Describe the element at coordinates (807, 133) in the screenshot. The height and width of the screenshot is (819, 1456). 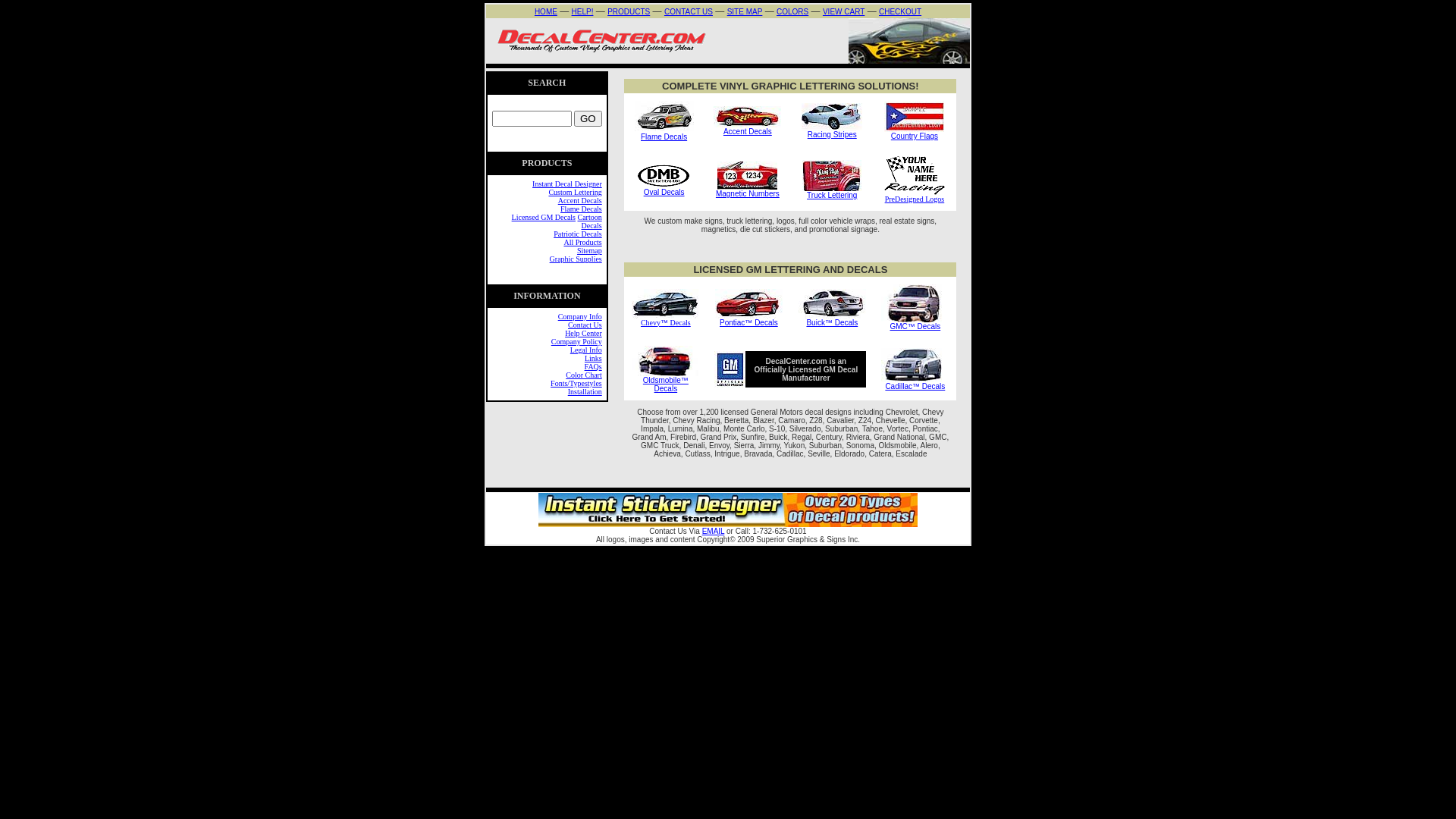
I see `'Racing Stripes'` at that location.